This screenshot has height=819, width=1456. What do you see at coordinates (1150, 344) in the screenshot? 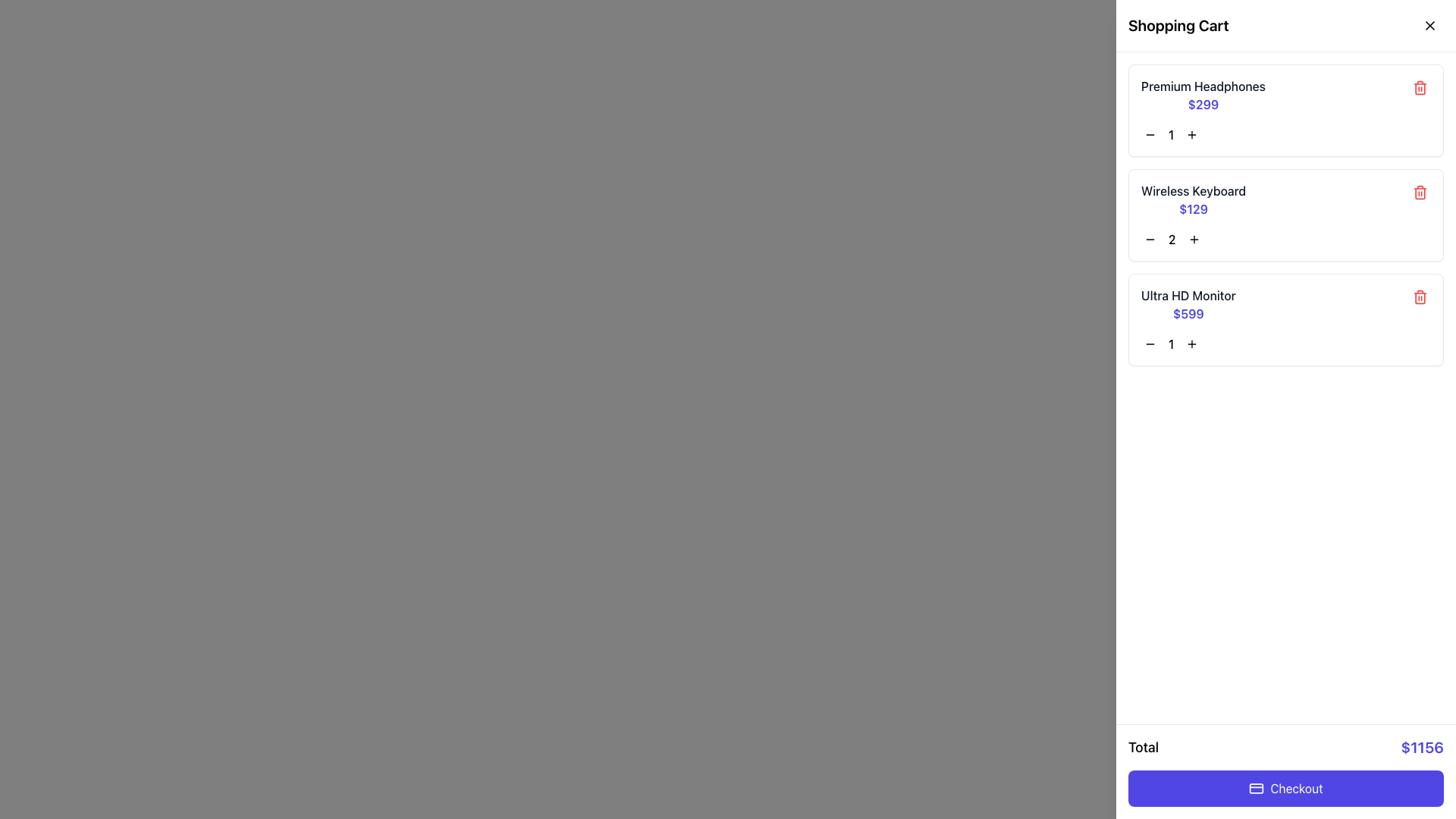
I see `the circular minus button for quantity adjustment of the 'Ultra HD Monitor' in the shopping cart` at bounding box center [1150, 344].